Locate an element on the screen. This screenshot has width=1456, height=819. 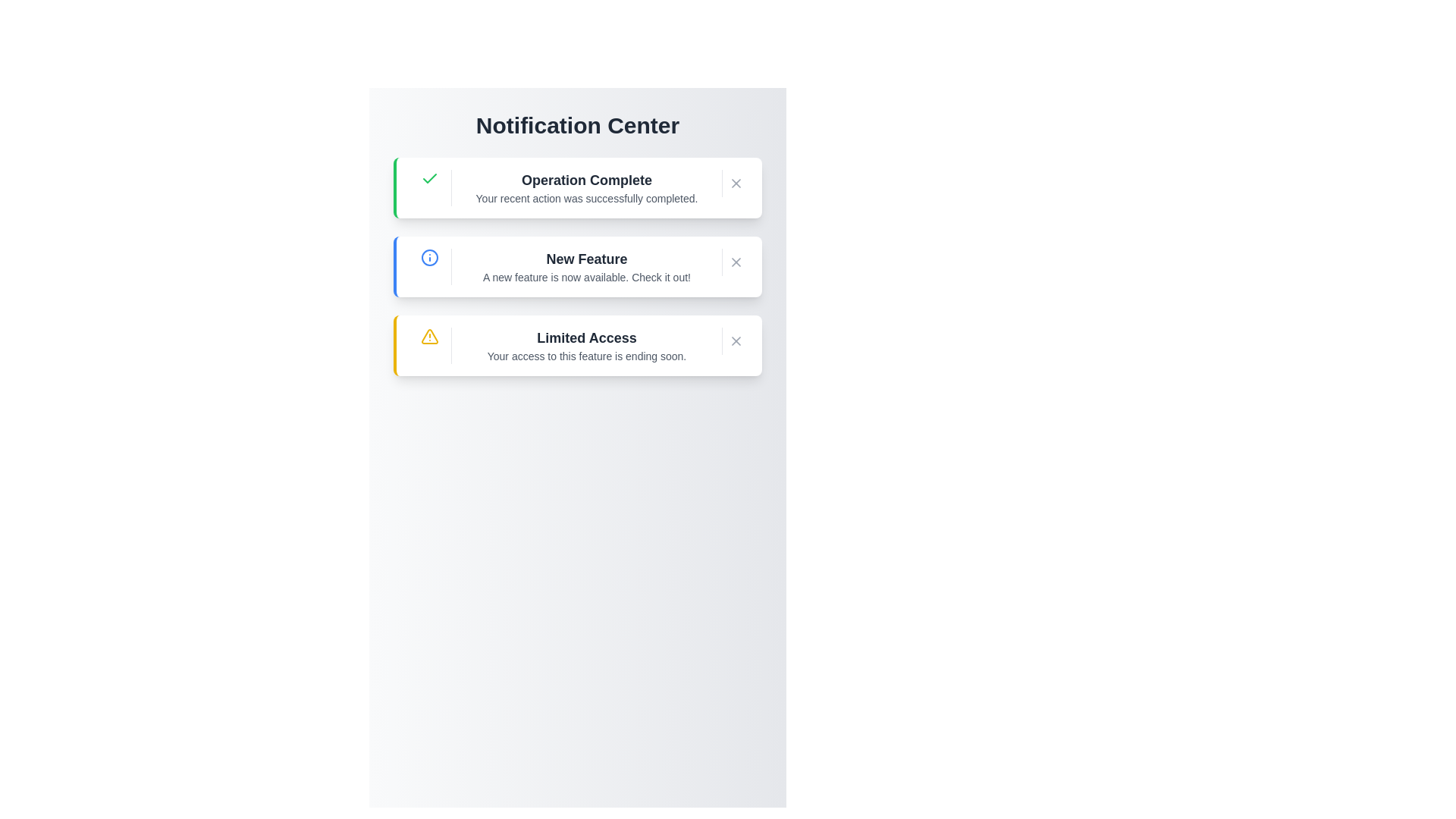
the Warning Icon located in the leftmost section of the 'Limited Access' notification entry, which visually indicates an issue or warning is located at coordinates (428, 335).